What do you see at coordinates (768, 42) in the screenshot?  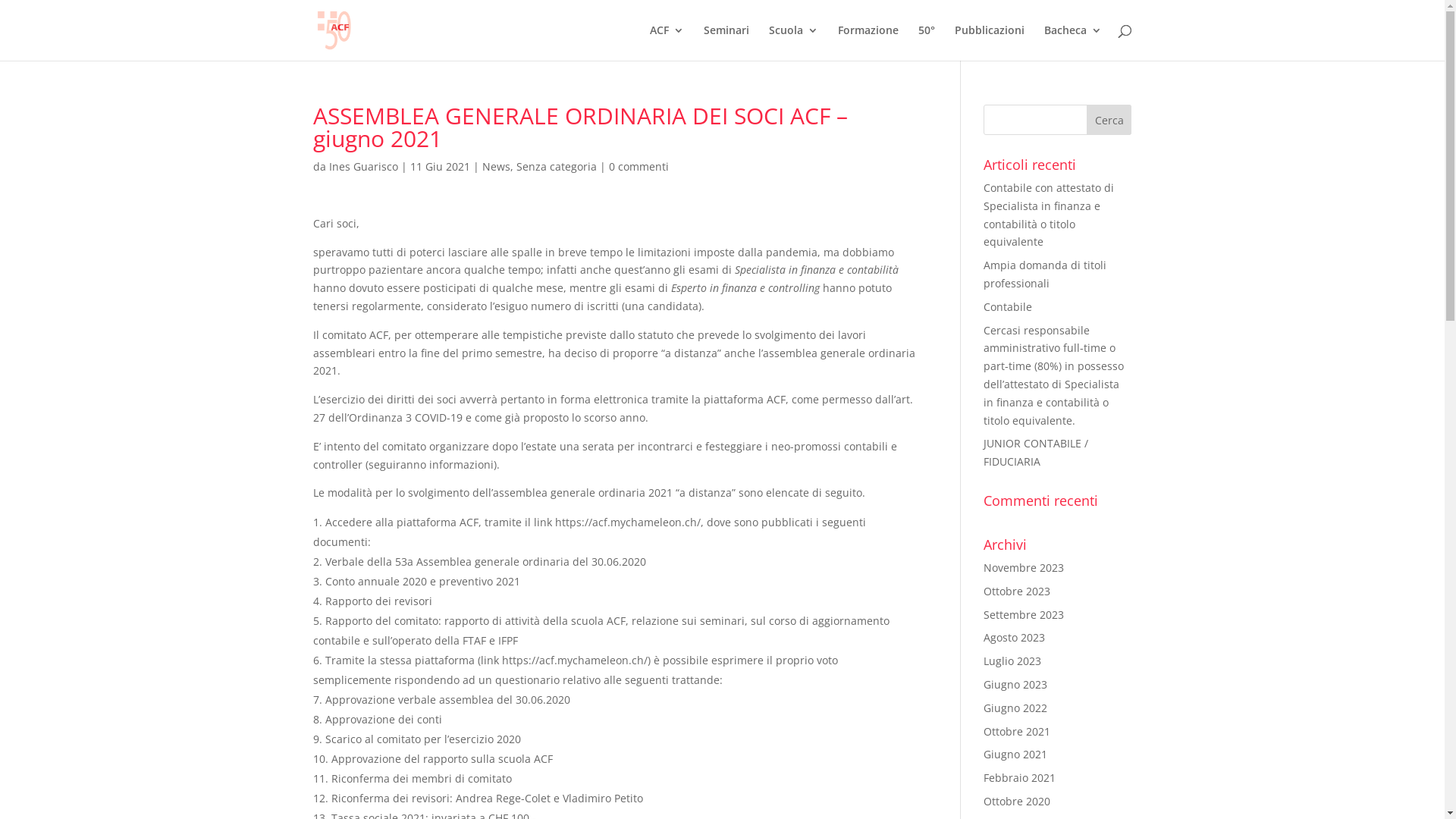 I see `'Scuola'` at bounding box center [768, 42].